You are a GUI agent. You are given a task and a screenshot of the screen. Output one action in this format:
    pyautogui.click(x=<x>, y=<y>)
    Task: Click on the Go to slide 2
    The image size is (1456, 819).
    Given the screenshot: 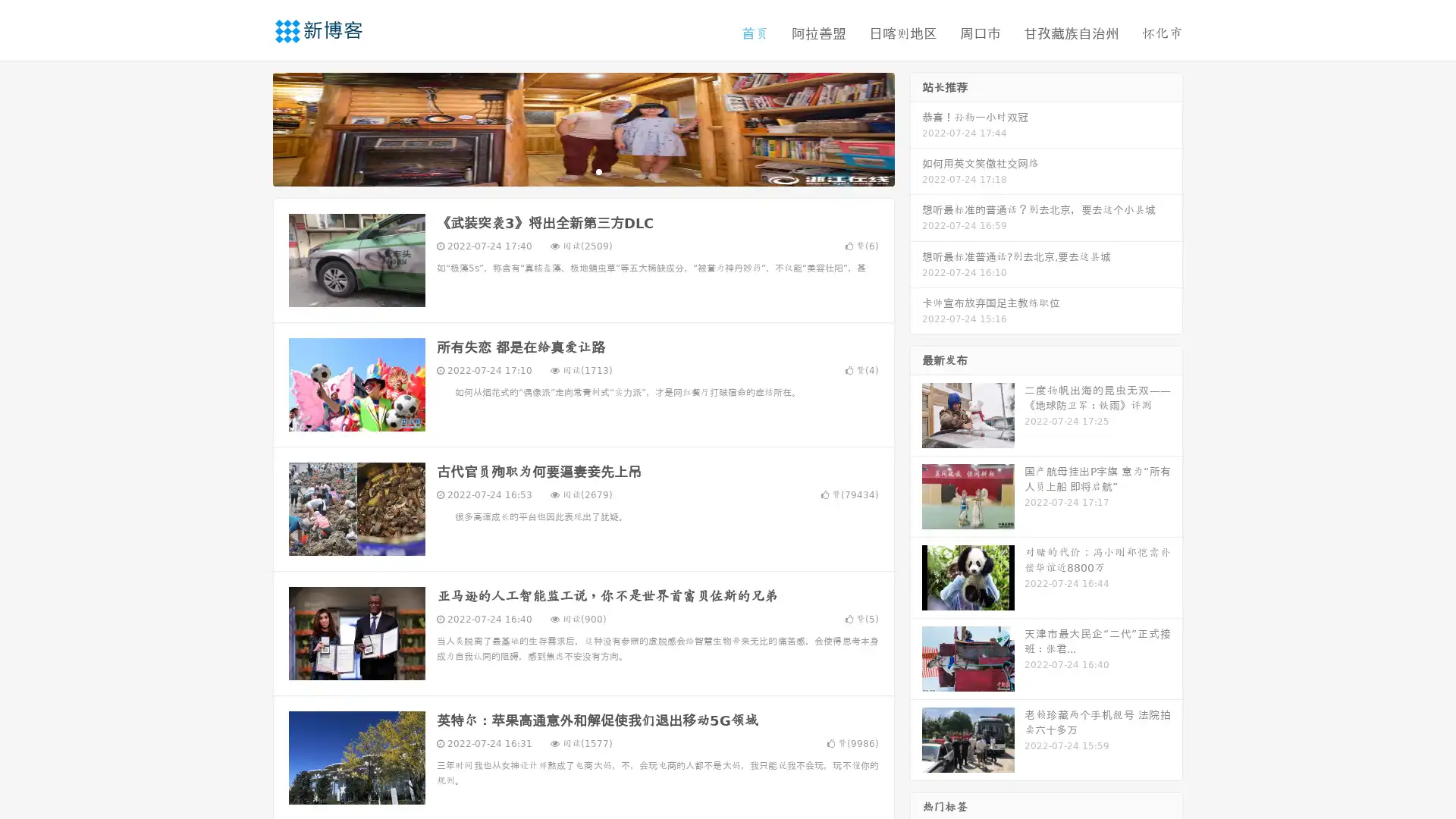 What is the action you would take?
    pyautogui.click(x=582, y=171)
    